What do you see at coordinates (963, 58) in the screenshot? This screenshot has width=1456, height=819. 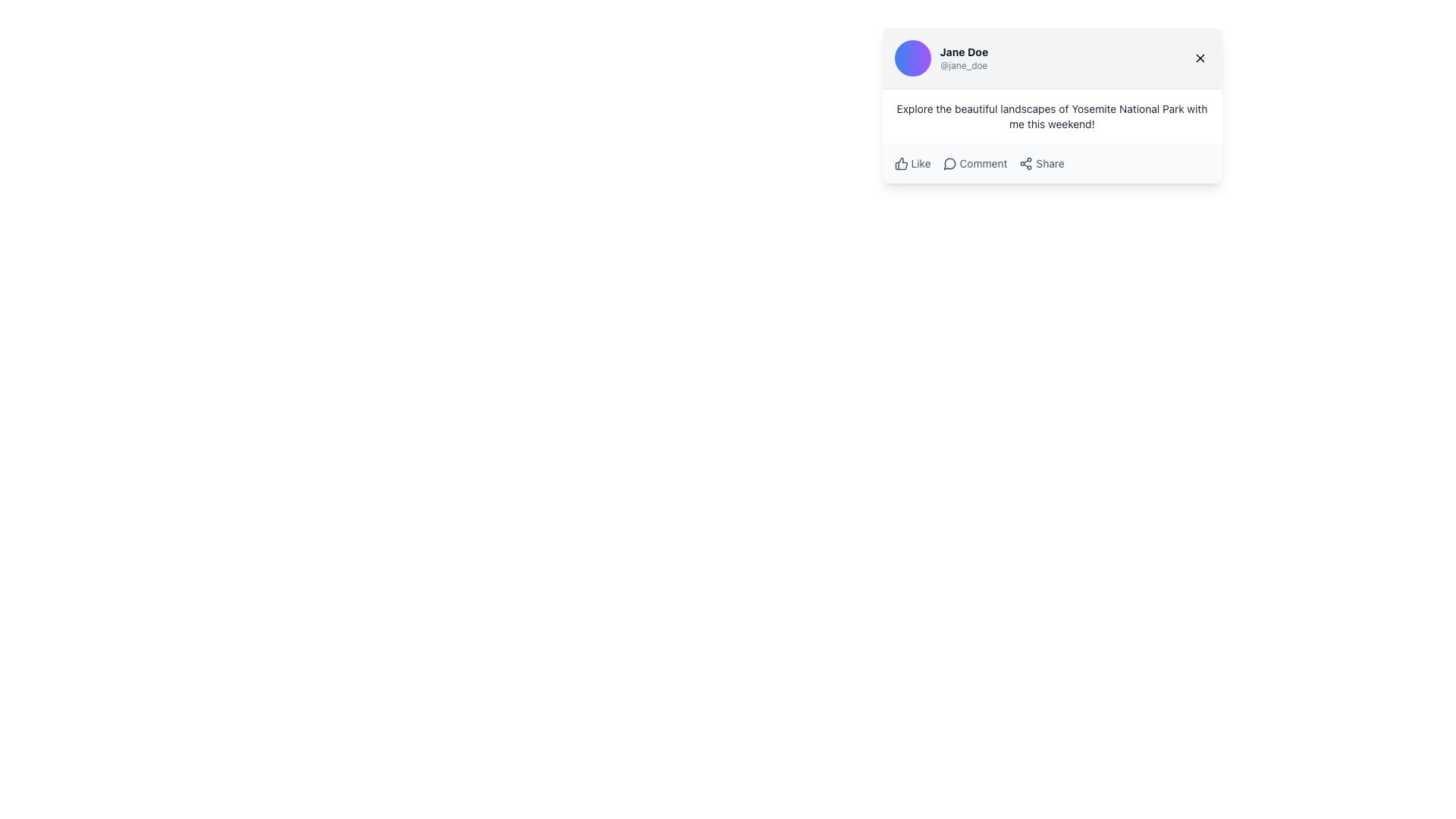 I see `the Text Display Component that contains the texts 'Jane Doe' in bold black font and '@jane_doe' in a smaller, lighter font, positioned to the right of a circular profile picture` at bounding box center [963, 58].